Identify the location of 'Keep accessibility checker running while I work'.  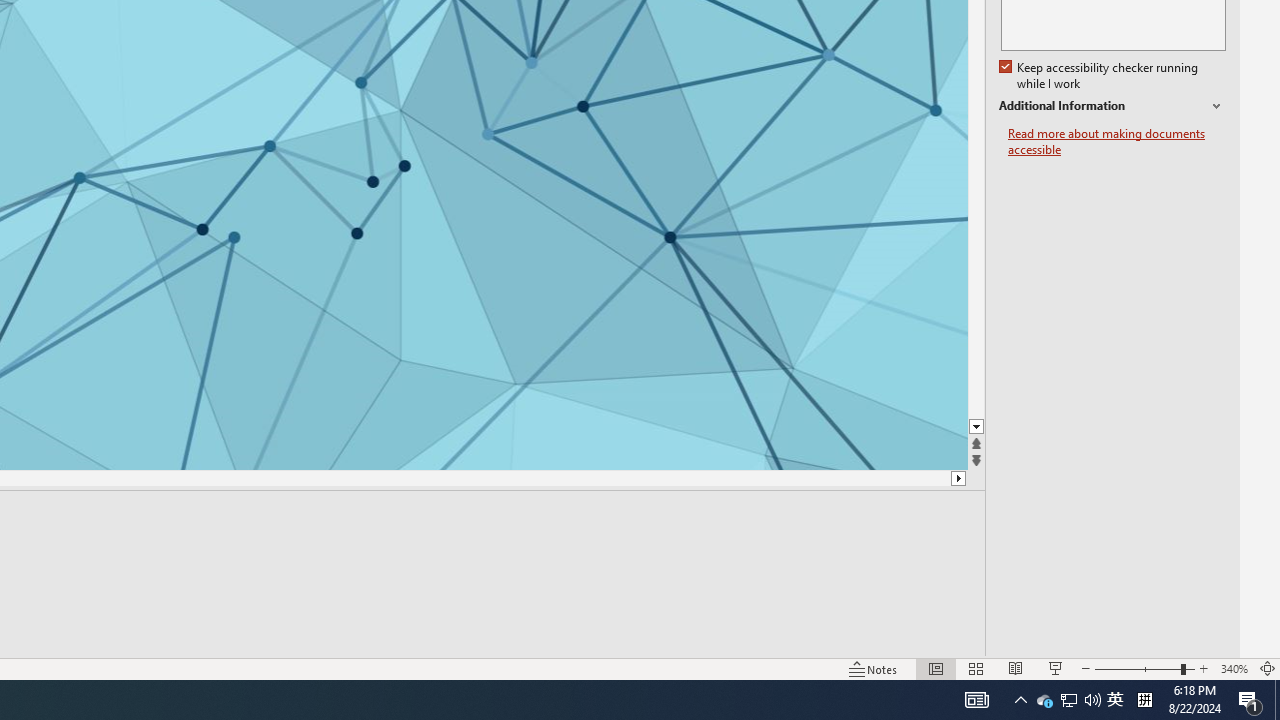
(1099, 75).